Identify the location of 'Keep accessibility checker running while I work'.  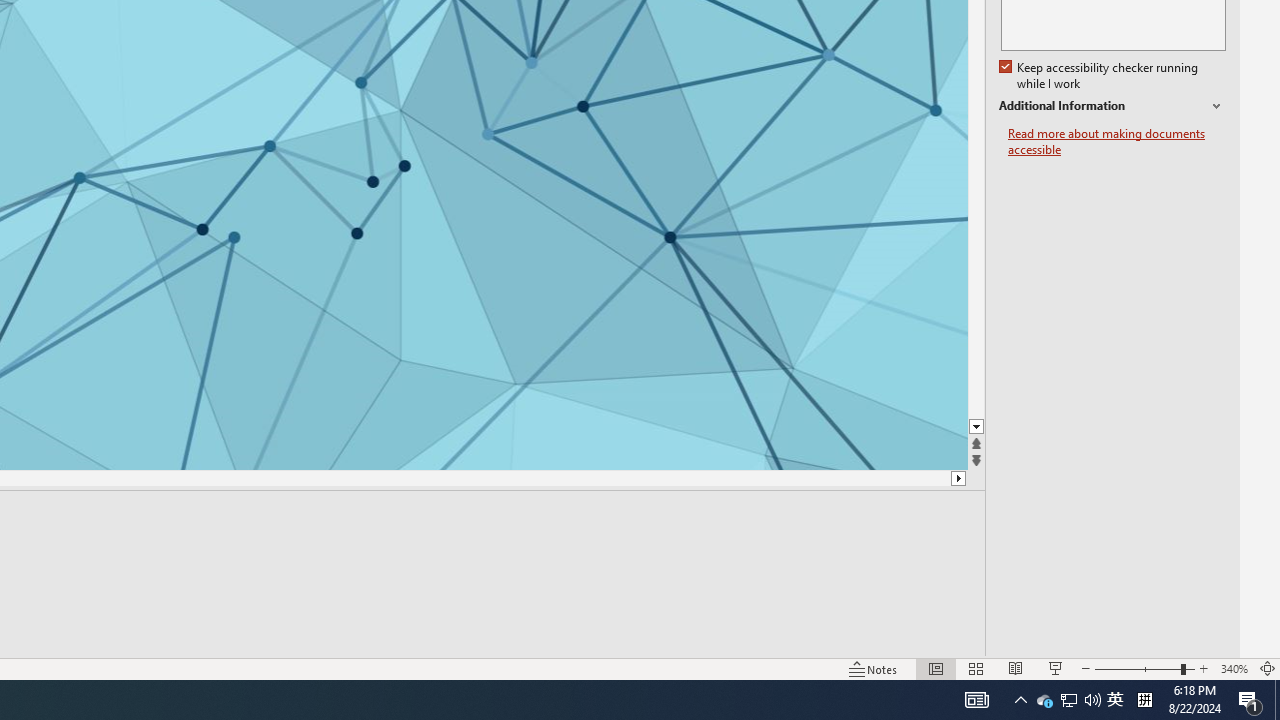
(1099, 75).